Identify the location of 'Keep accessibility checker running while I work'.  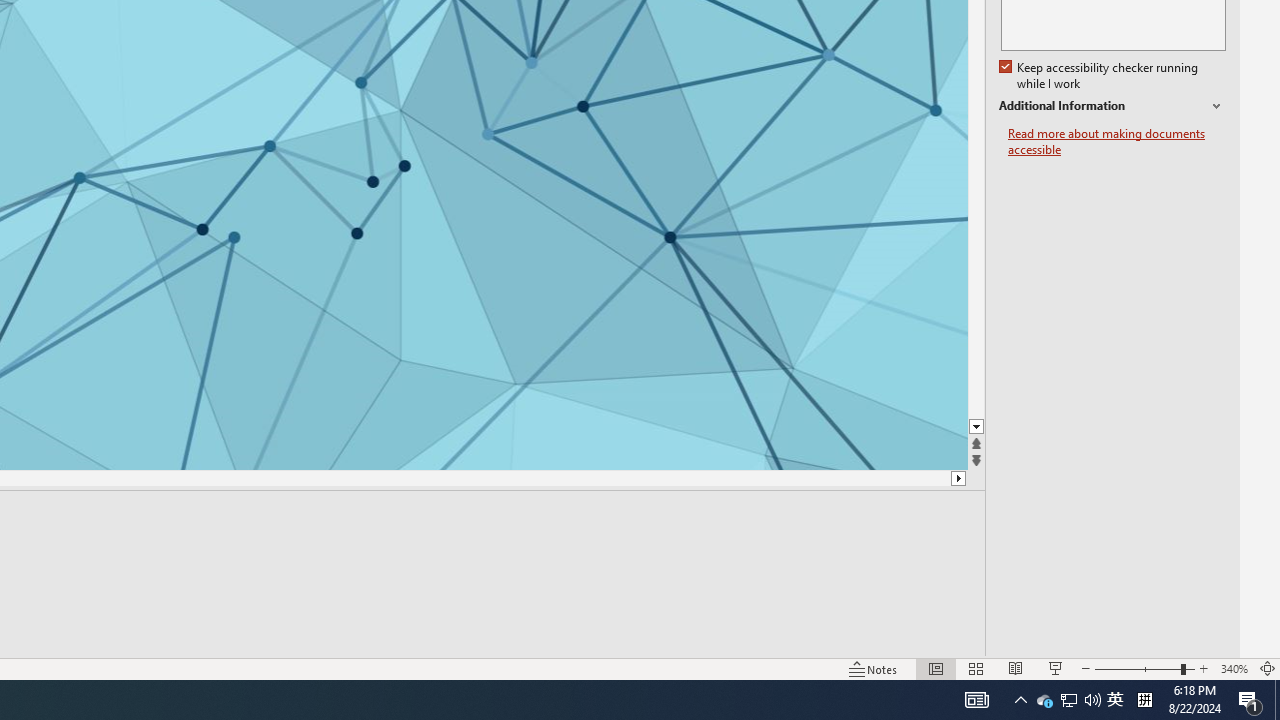
(1099, 75).